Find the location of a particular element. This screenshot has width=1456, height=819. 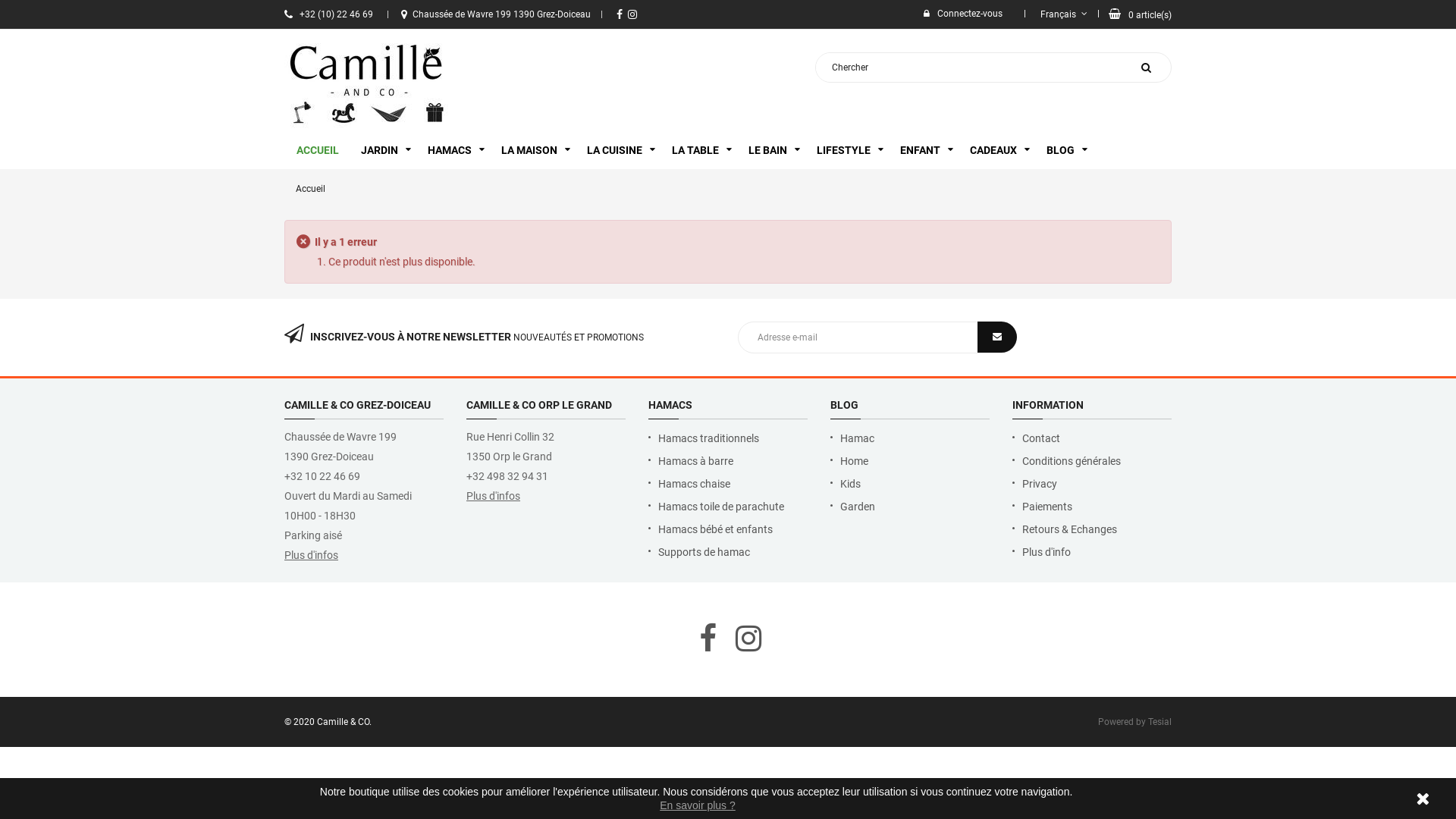

'Privacy' is located at coordinates (1012, 483).